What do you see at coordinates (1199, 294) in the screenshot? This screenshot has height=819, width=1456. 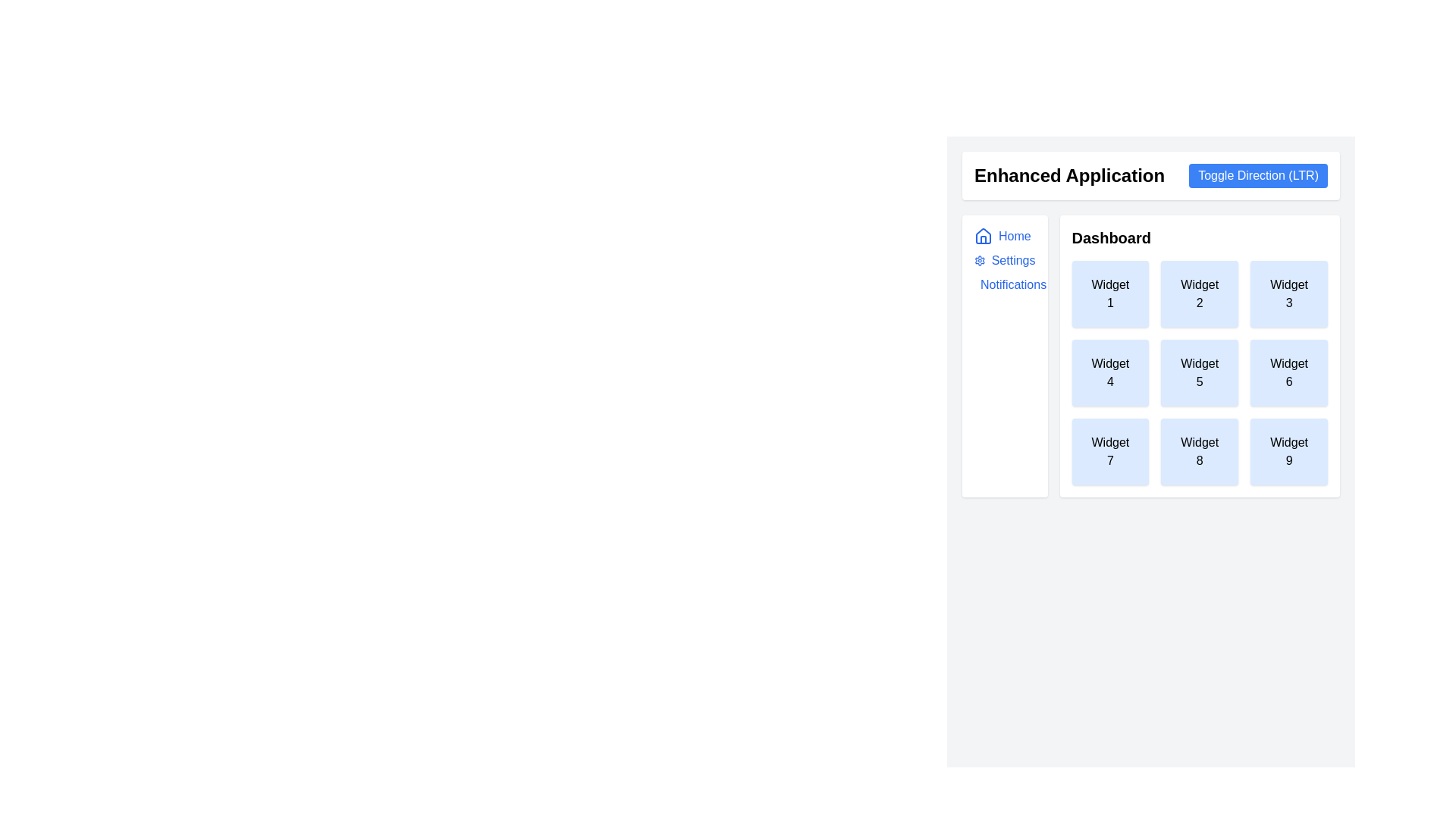 I see `the Static display widget labeled 'Widget 2', which has a light blue background and is located at the center of the second column in the top row of a 3x3 grid` at bounding box center [1199, 294].